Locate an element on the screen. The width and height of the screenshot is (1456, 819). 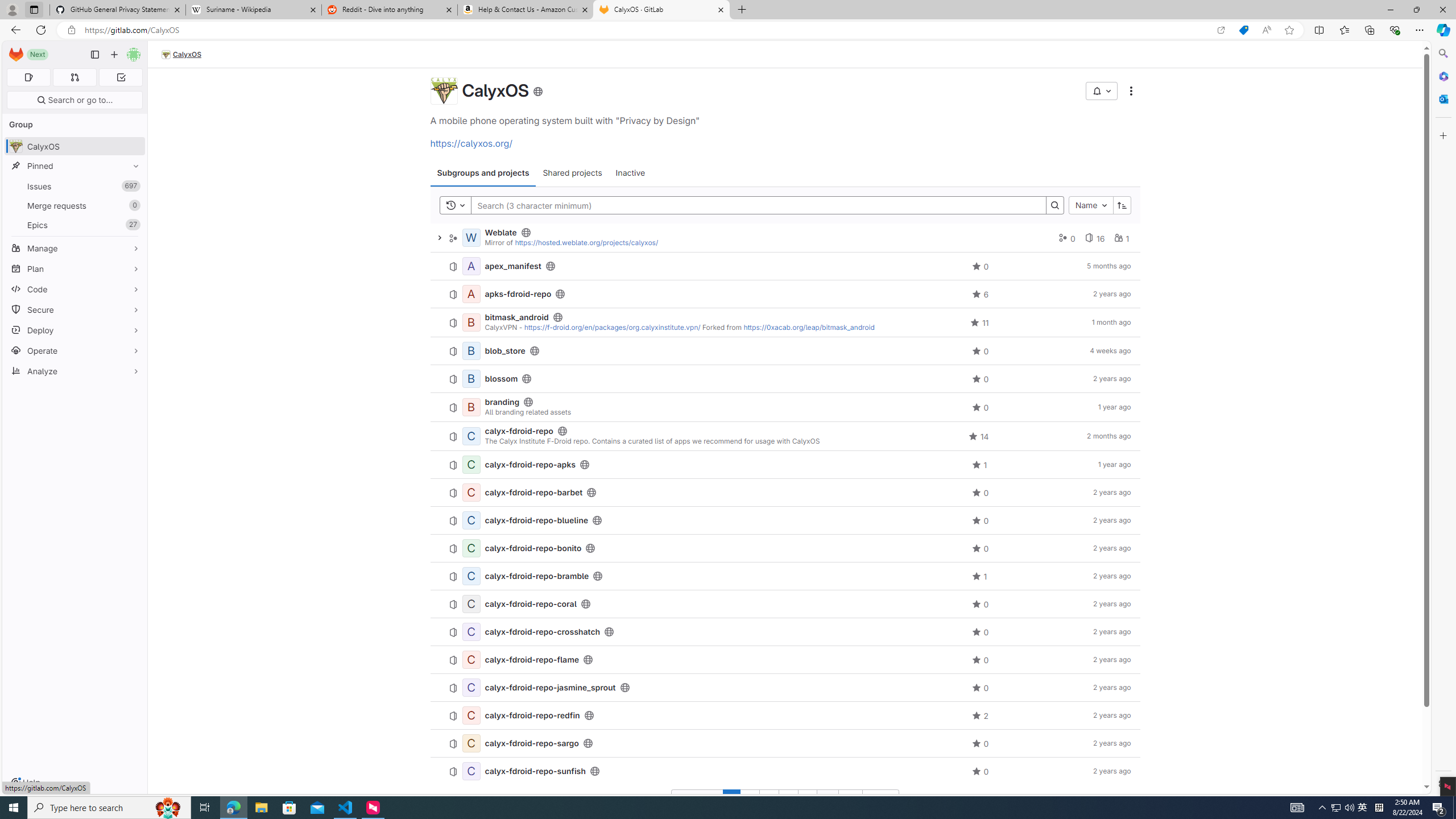
'Primary navigation sidebar' is located at coordinates (94, 54).